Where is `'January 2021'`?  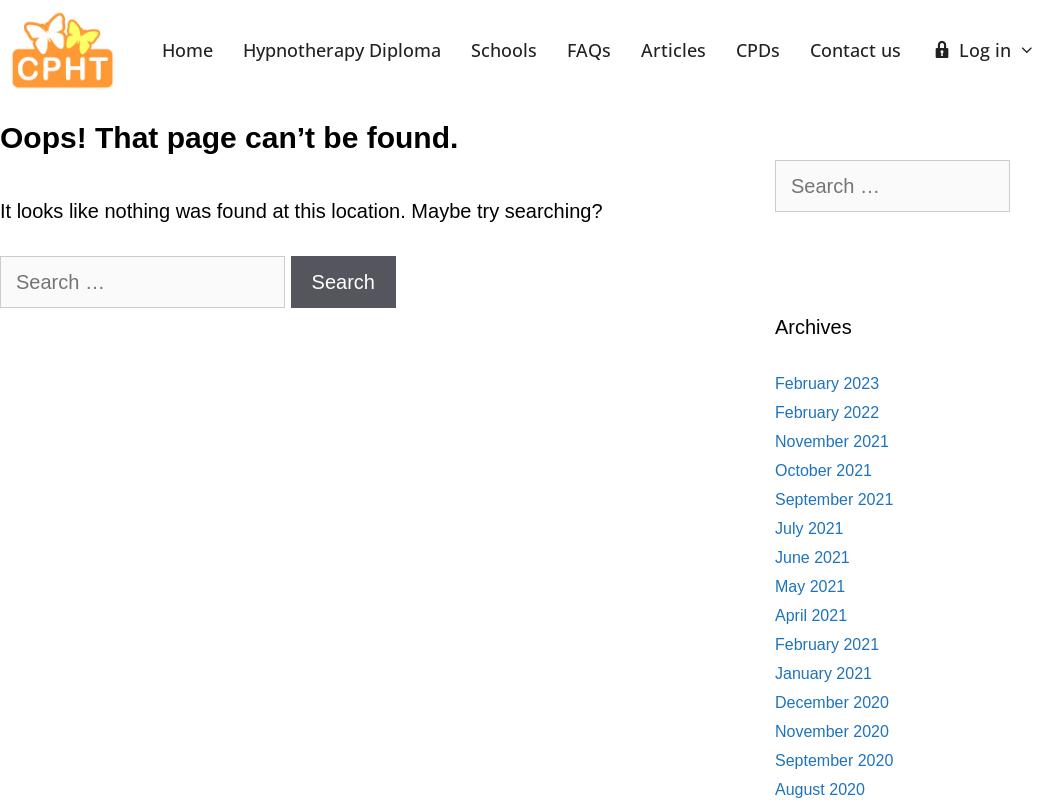
'January 2021' is located at coordinates (821, 673).